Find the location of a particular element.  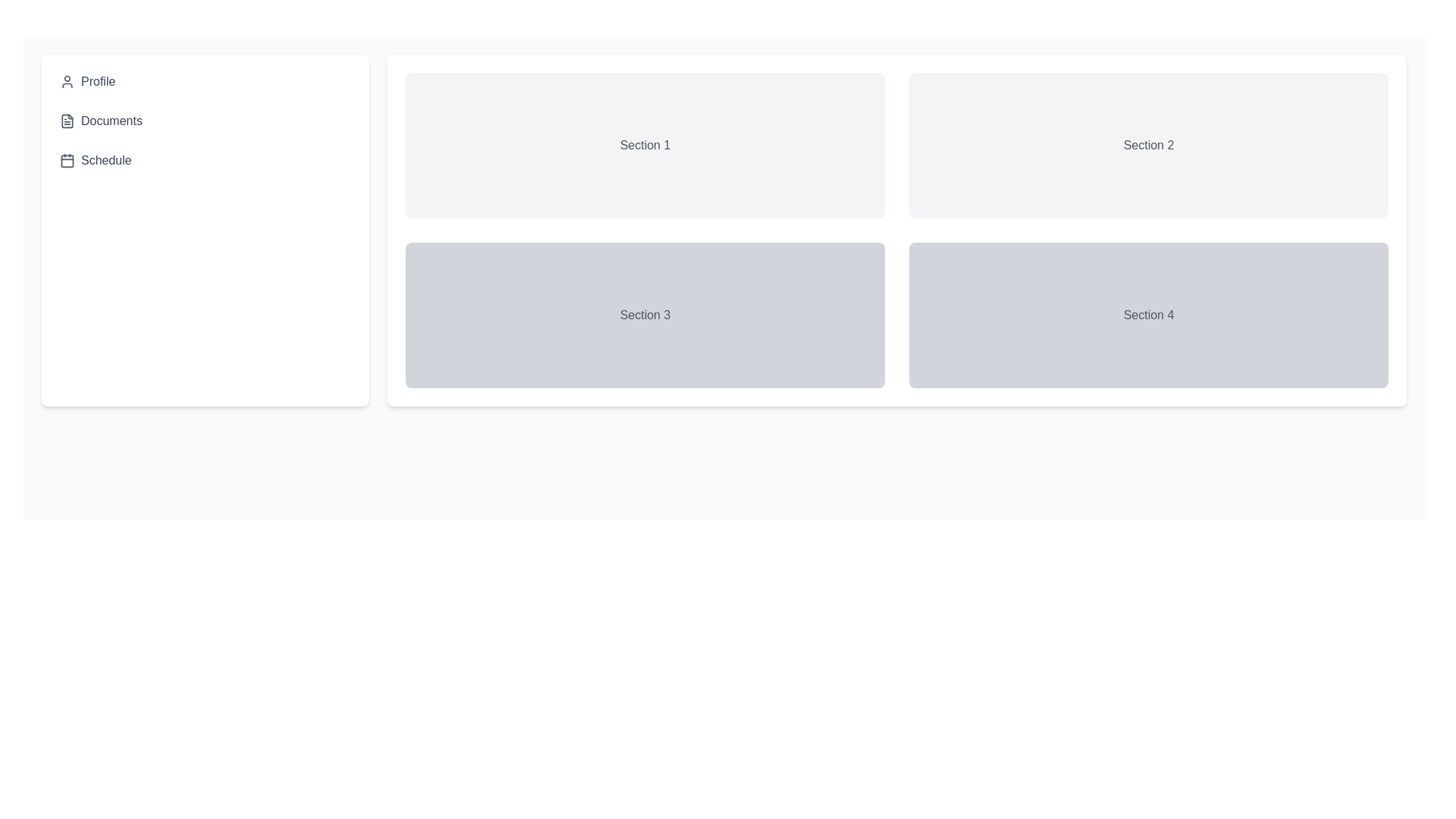

the 'Documents' menu item, which is the second item in the left sidebar located between 'Profile' and 'Schedule', to change the background color is located at coordinates (204, 120).